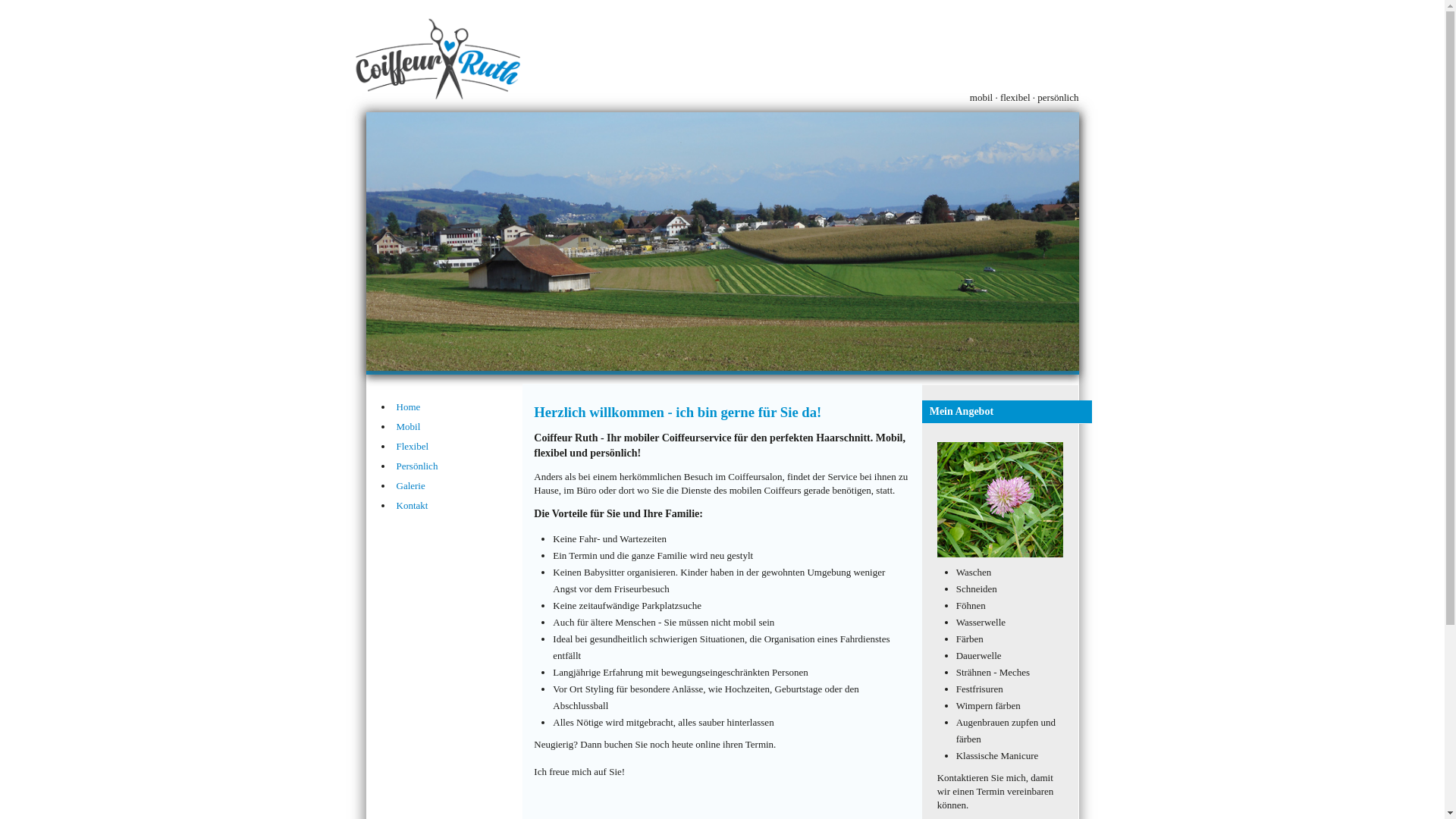 The height and width of the screenshot is (819, 1456). Describe the element at coordinates (458, 446) in the screenshot. I see `'Flexibel'` at that location.